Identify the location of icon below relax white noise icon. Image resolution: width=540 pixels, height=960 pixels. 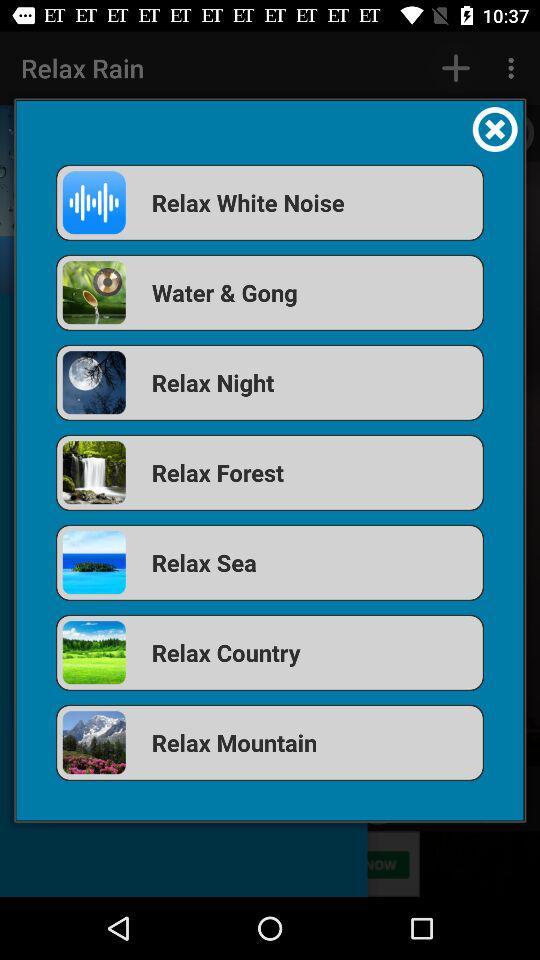
(270, 291).